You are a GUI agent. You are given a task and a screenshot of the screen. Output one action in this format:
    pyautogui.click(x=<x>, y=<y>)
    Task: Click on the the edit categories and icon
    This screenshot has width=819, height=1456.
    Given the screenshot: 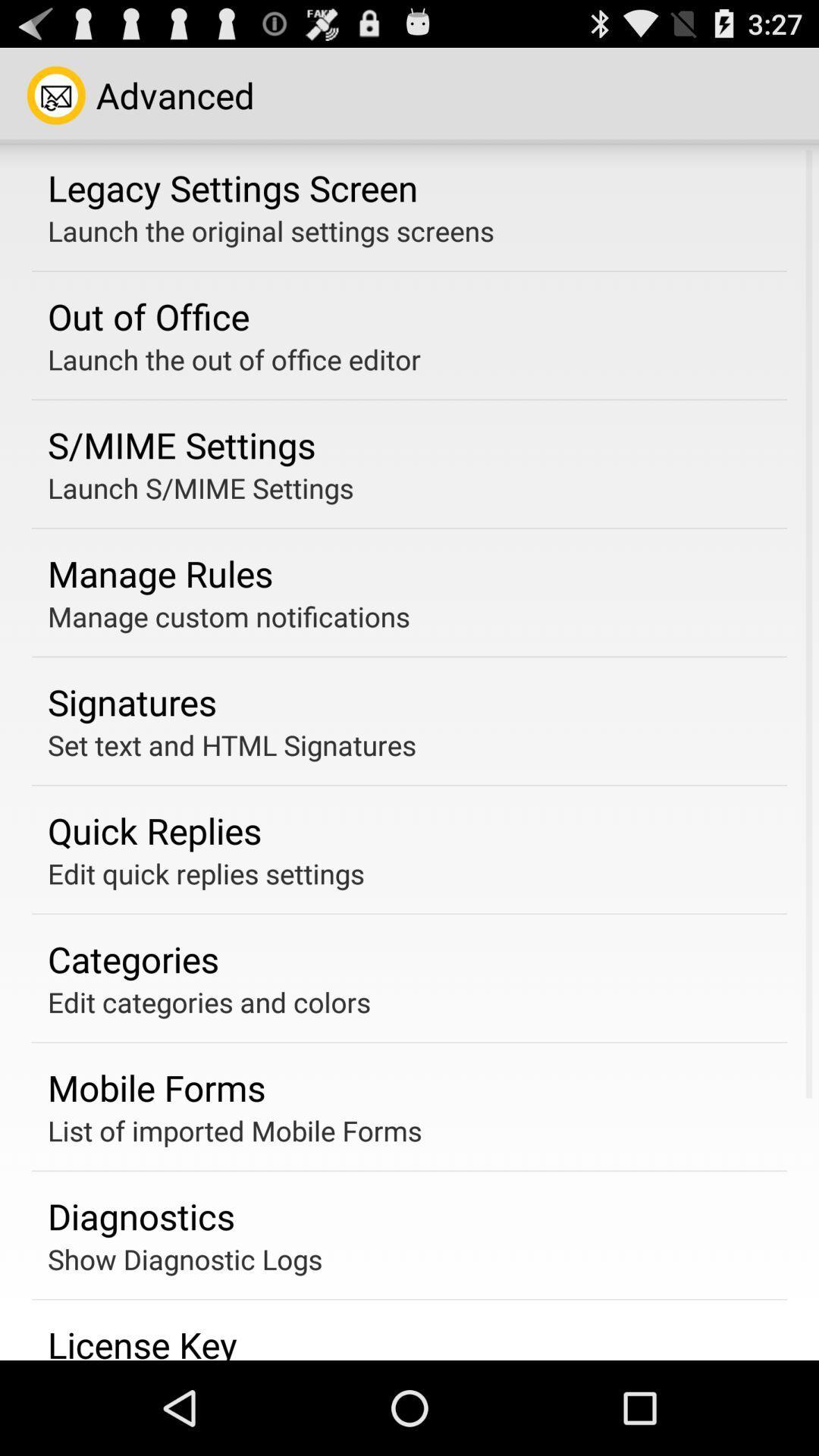 What is the action you would take?
    pyautogui.click(x=209, y=1002)
    